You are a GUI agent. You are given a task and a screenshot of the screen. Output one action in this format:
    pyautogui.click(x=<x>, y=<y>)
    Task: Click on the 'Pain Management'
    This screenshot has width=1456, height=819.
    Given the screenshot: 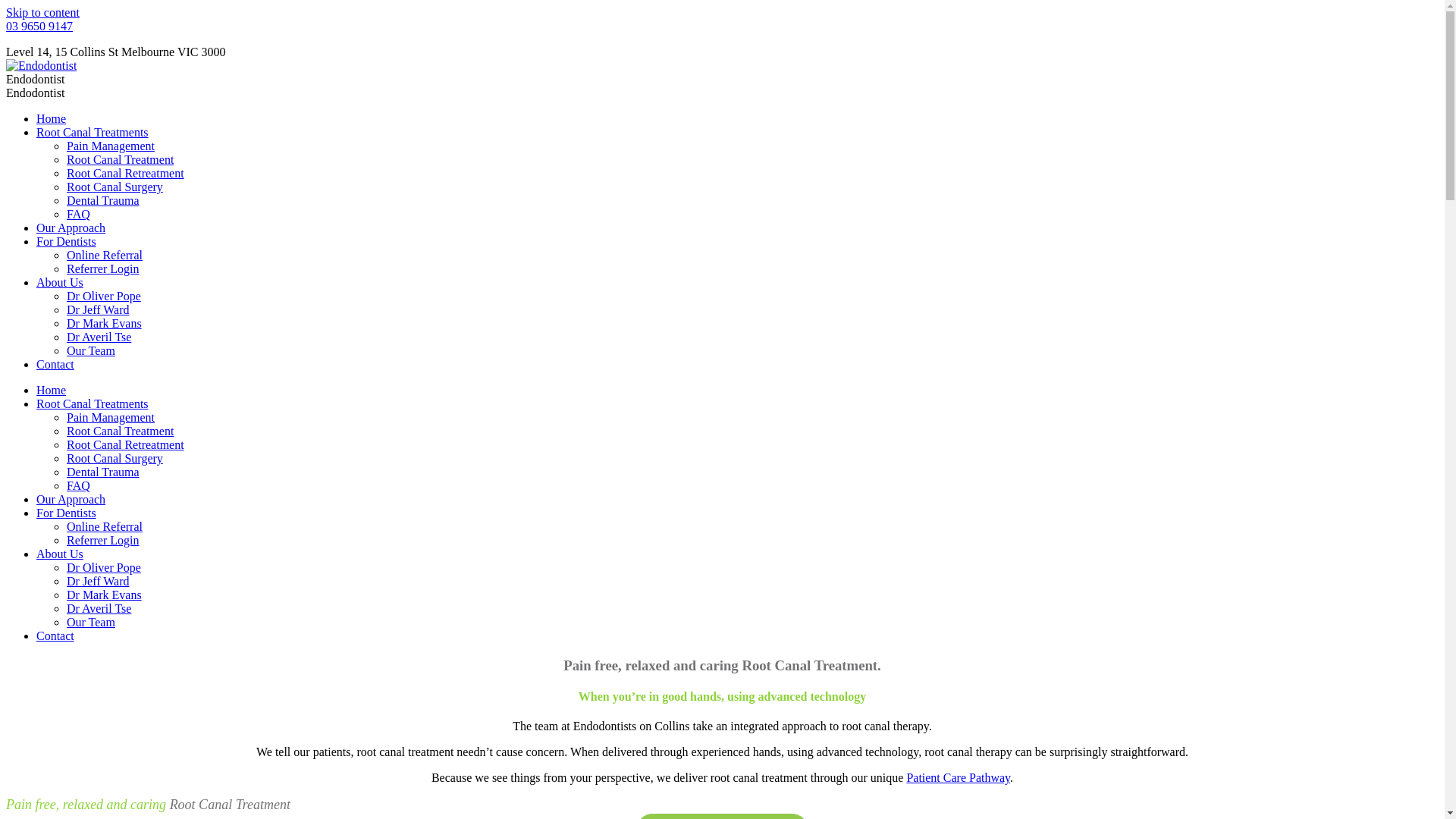 What is the action you would take?
    pyautogui.click(x=109, y=146)
    